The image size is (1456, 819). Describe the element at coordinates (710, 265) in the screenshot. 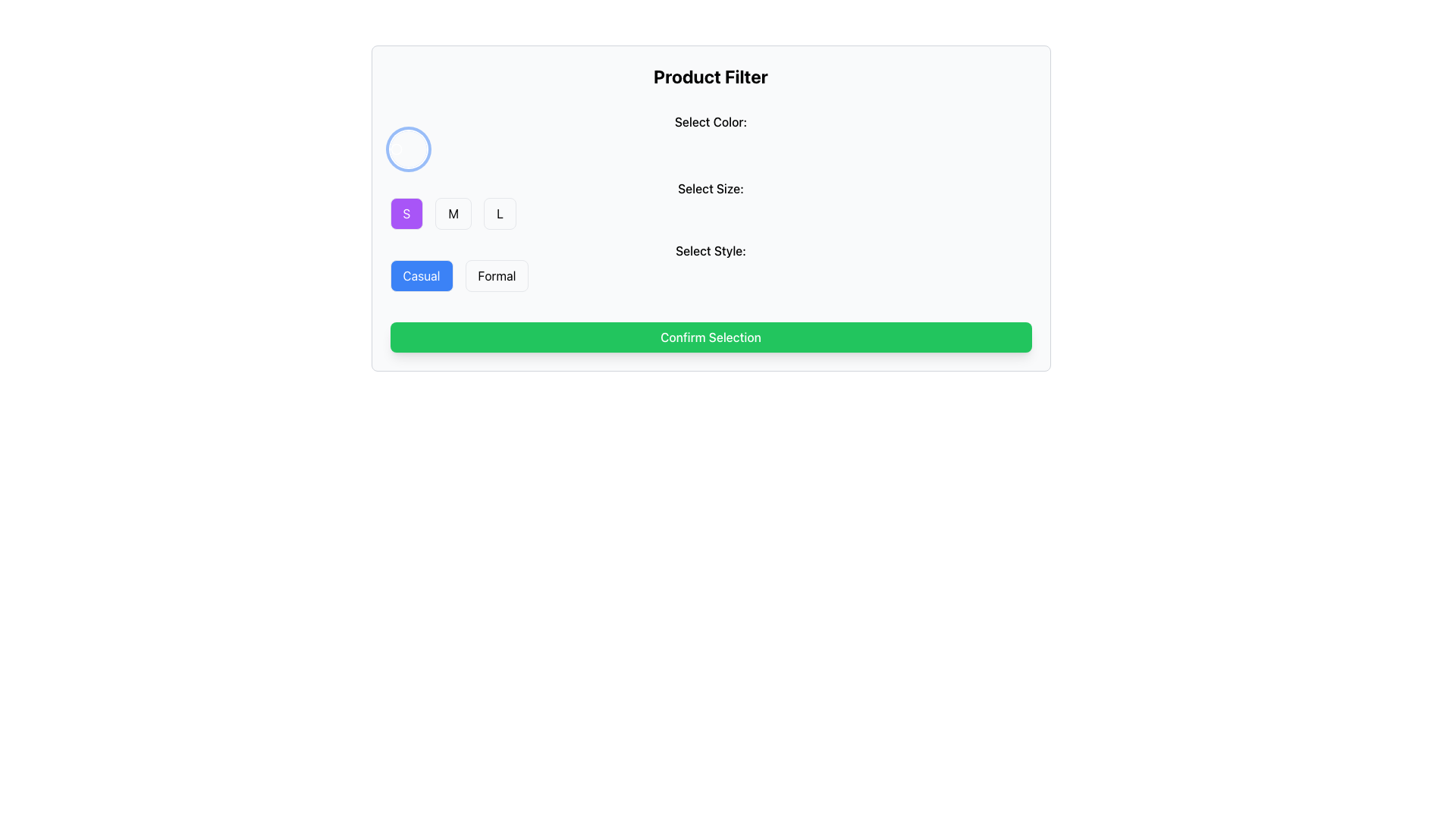

I see `the 'Casual' button in the 'Select Style' button group` at that location.